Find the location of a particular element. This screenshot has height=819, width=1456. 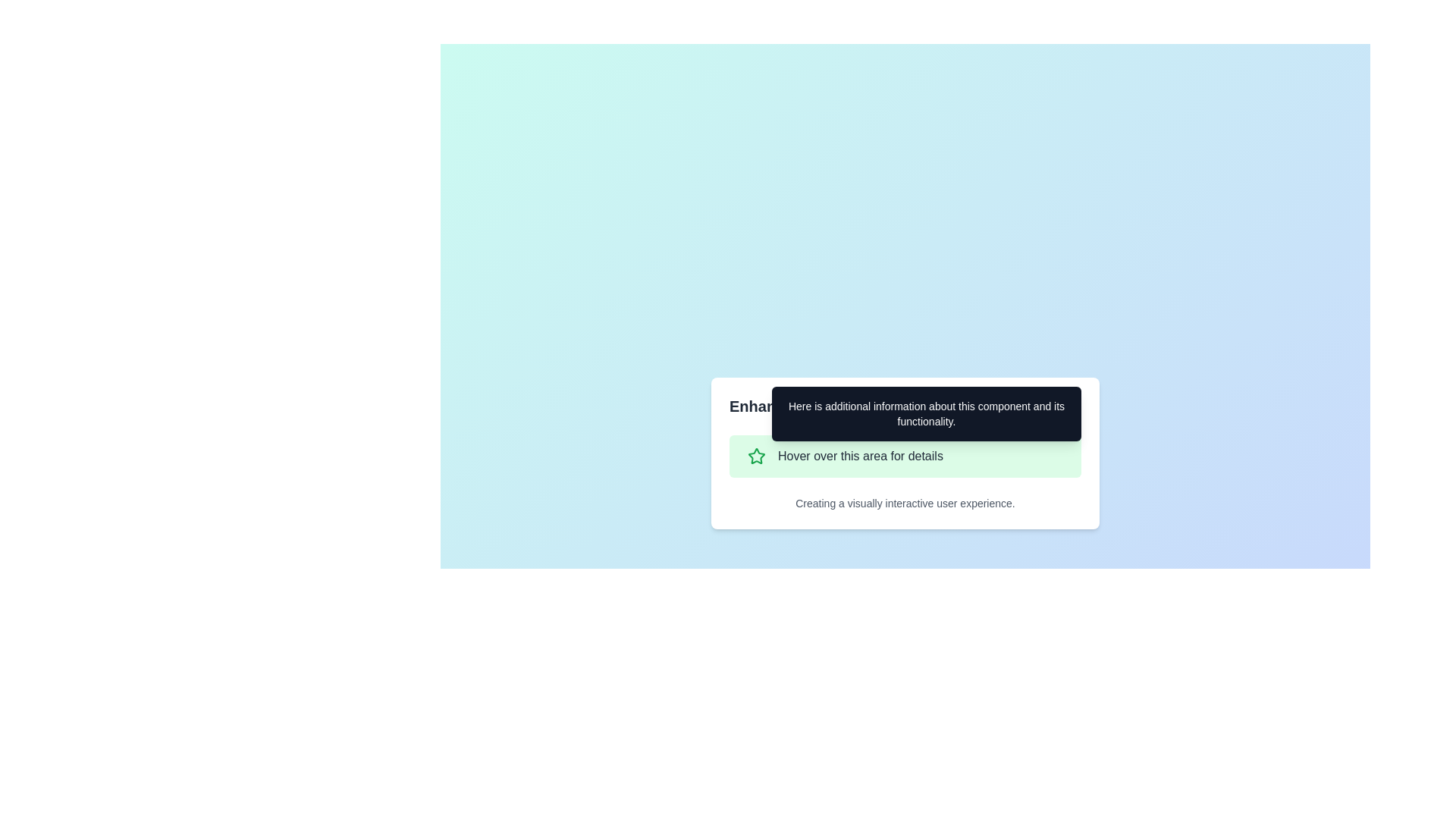

the star-shaped icon outlined in green, which is located on a light green background in the modal window is located at coordinates (757, 455).